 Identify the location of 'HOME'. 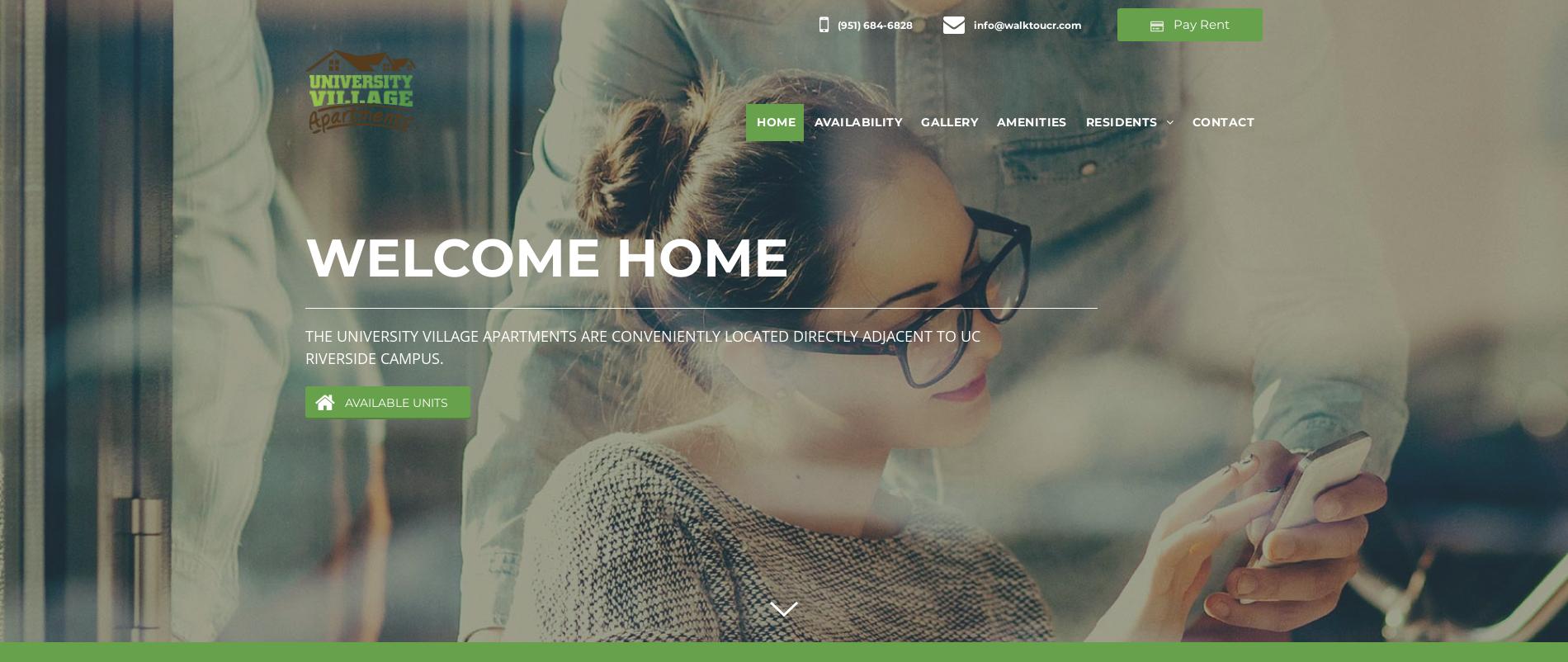
(775, 121).